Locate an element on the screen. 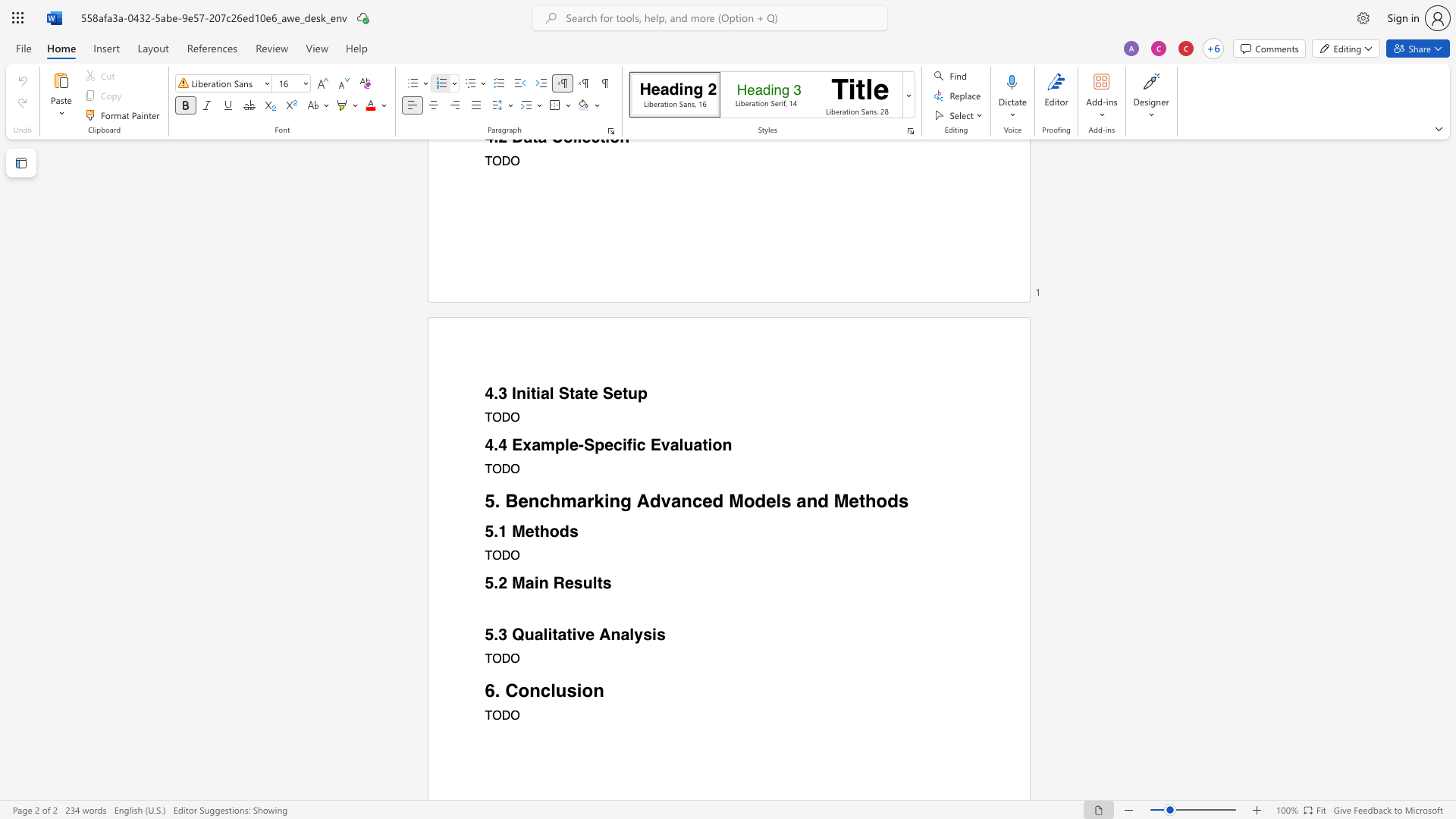 The height and width of the screenshot is (819, 1456). the 1th character "l" in the text is located at coordinates (779, 500).